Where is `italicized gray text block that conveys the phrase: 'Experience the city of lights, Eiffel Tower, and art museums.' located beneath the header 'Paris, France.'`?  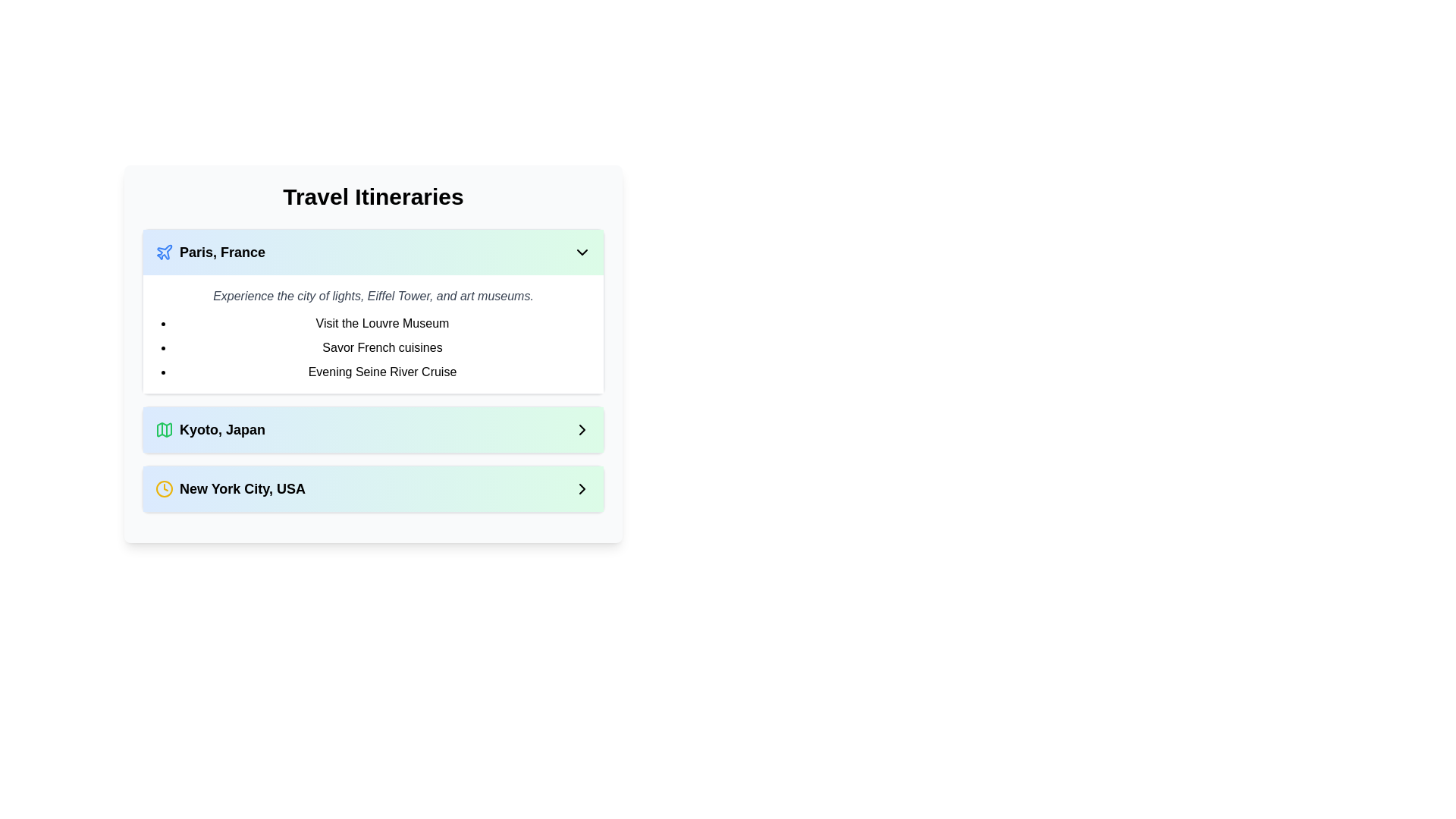
italicized gray text block that conveys the phrase: 'Experience the city of lights, Eiffel Tower, and art museums.' located beneath the header 'Paris, France.' is located at coordinates (373, 296).